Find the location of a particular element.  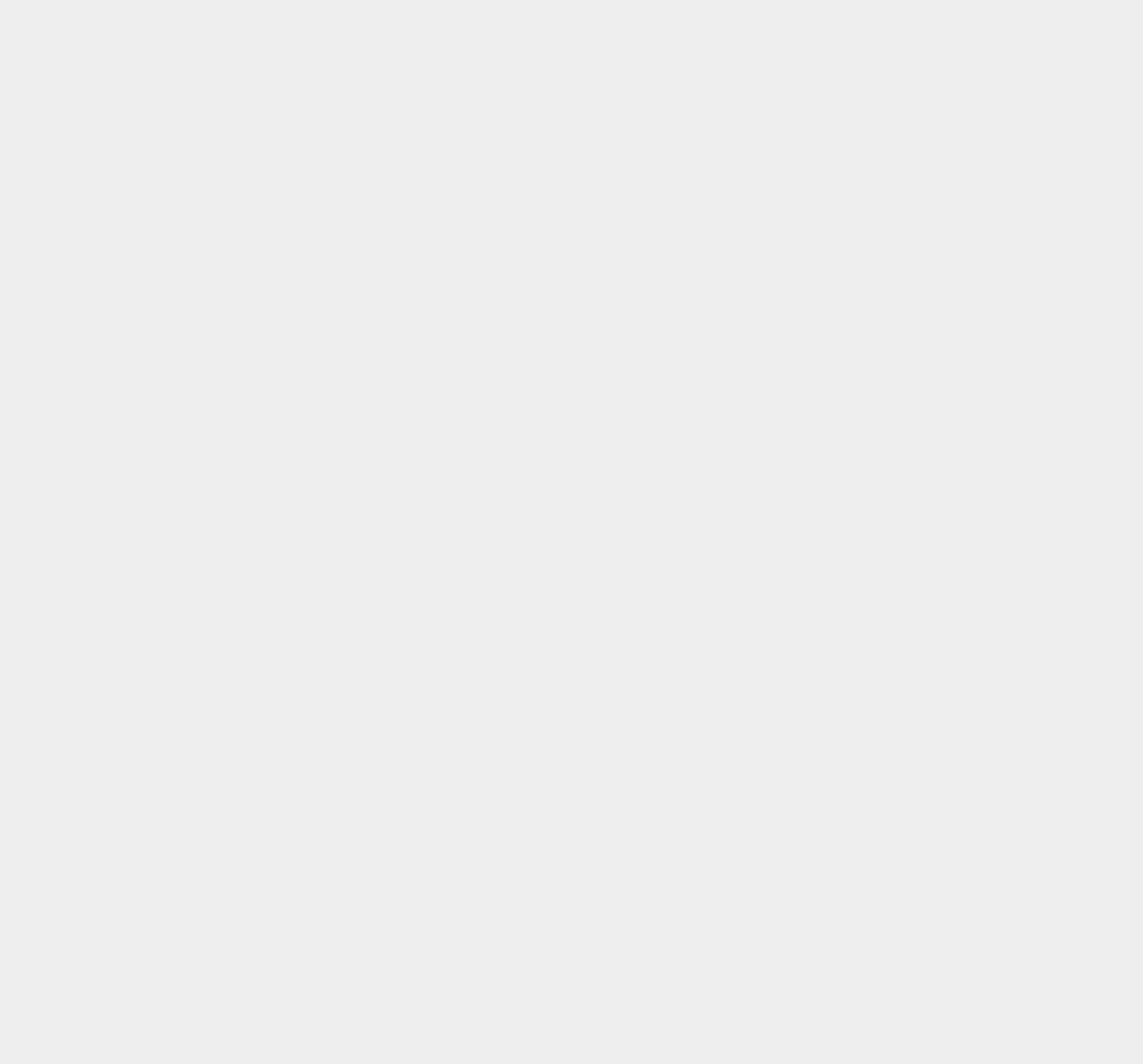

'Galaxy S-Voice' is located at coordinates (853, 649).